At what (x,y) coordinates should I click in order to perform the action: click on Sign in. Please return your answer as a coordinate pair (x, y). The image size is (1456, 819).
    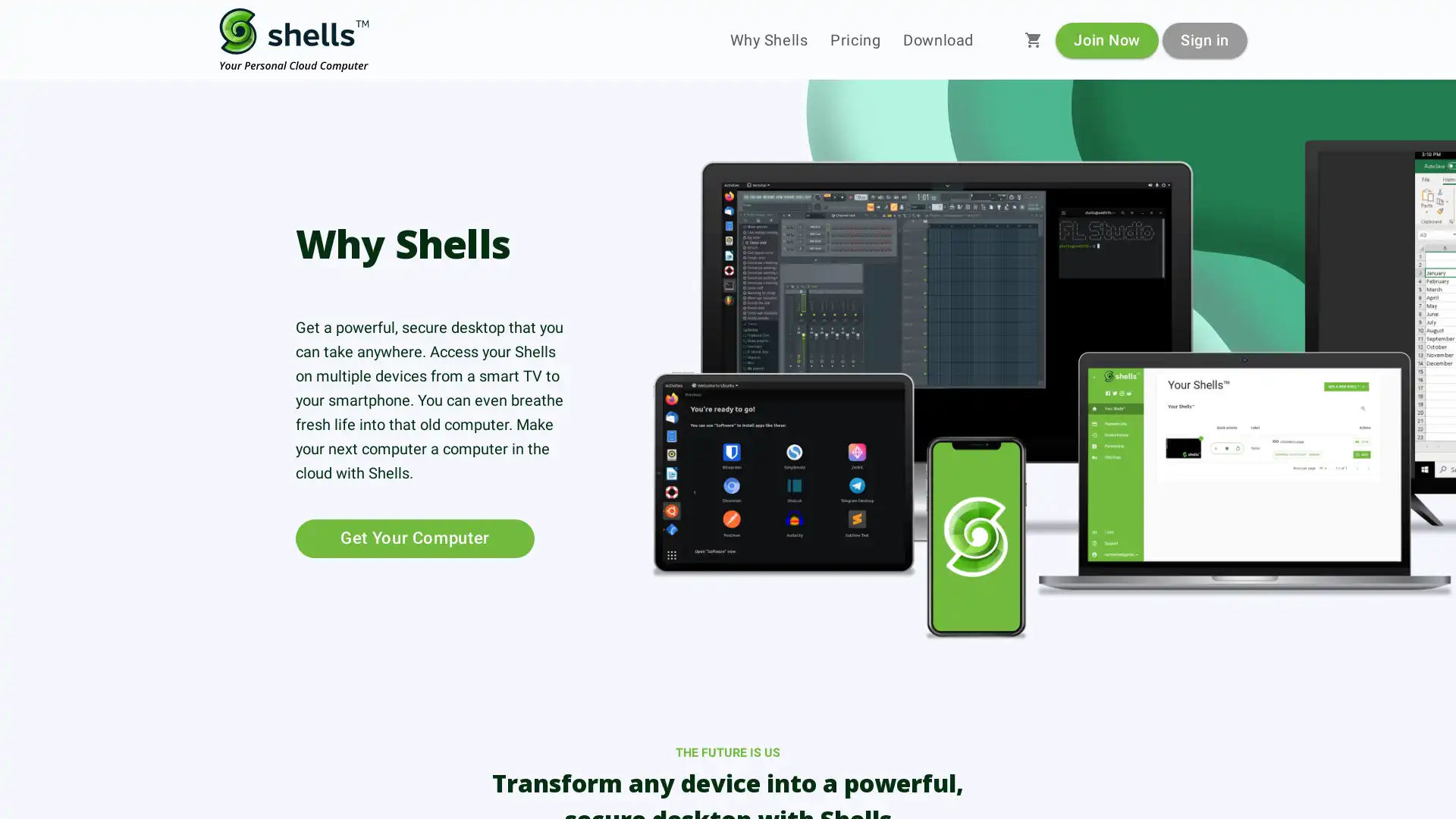
    Looking at the image, I should click on (1203, 39).